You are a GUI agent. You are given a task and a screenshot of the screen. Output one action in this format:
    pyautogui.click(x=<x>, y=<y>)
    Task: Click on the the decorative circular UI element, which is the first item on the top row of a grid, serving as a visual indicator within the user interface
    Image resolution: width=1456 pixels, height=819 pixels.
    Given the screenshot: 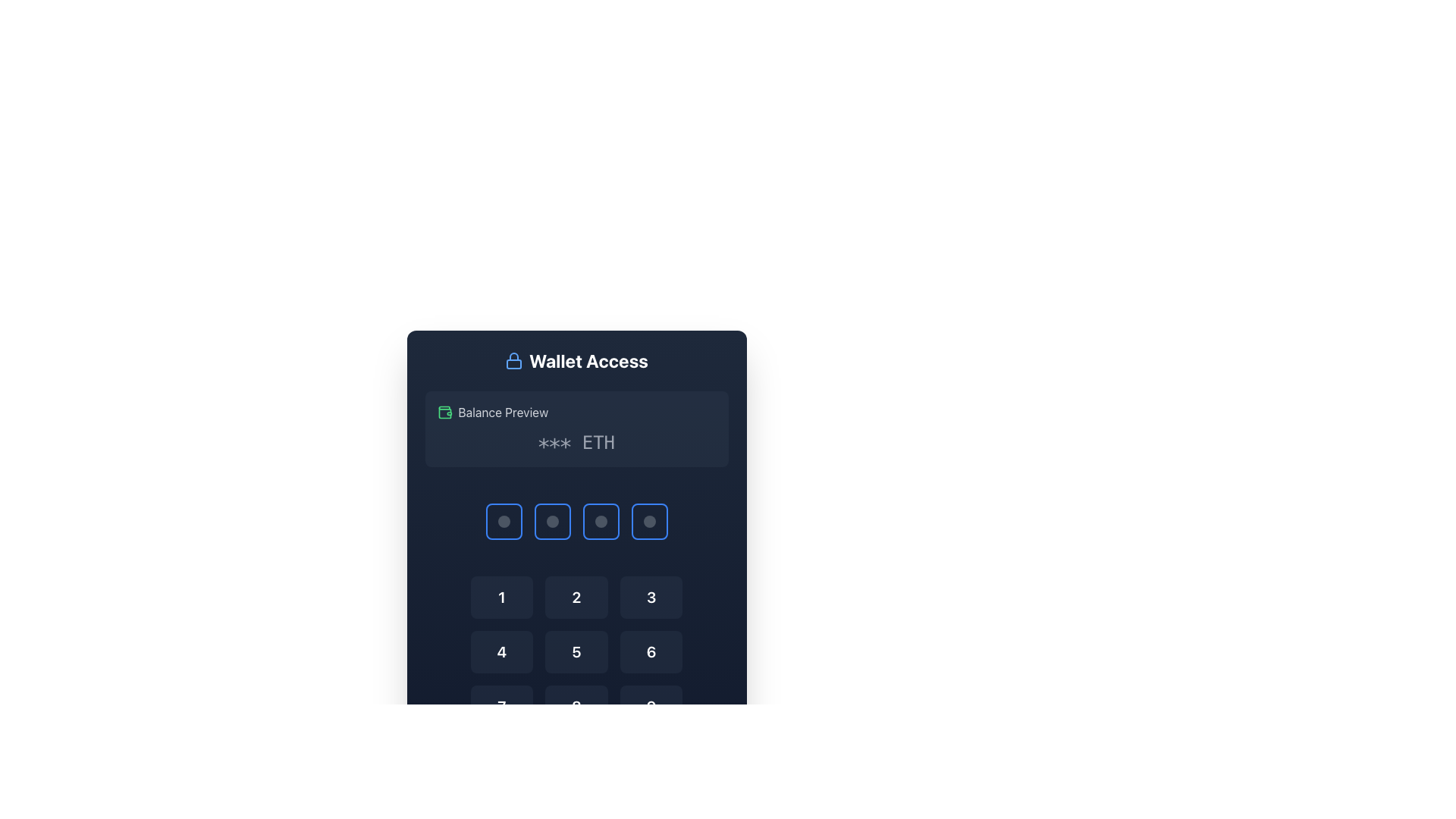 What is the action you would take?
    pyautogui.click(x=504, y=520)
    